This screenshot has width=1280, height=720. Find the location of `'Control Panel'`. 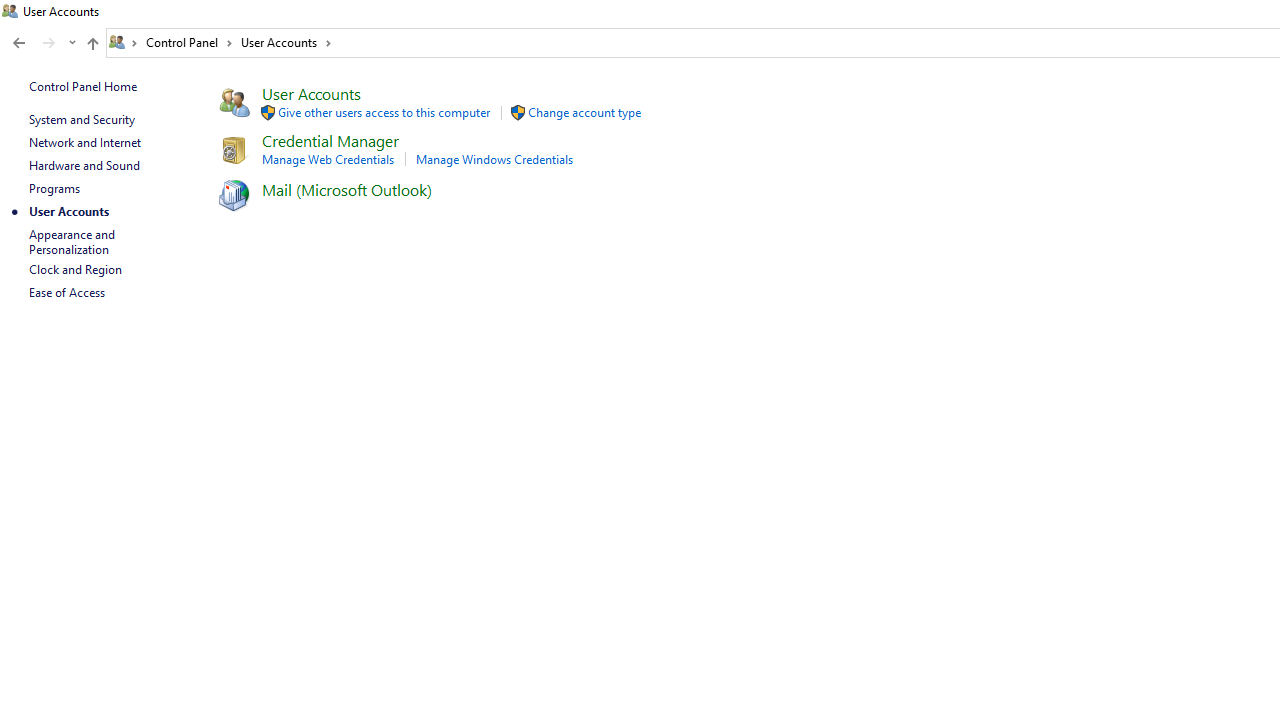

'Control Panel' is located at coordinates (189, 42).